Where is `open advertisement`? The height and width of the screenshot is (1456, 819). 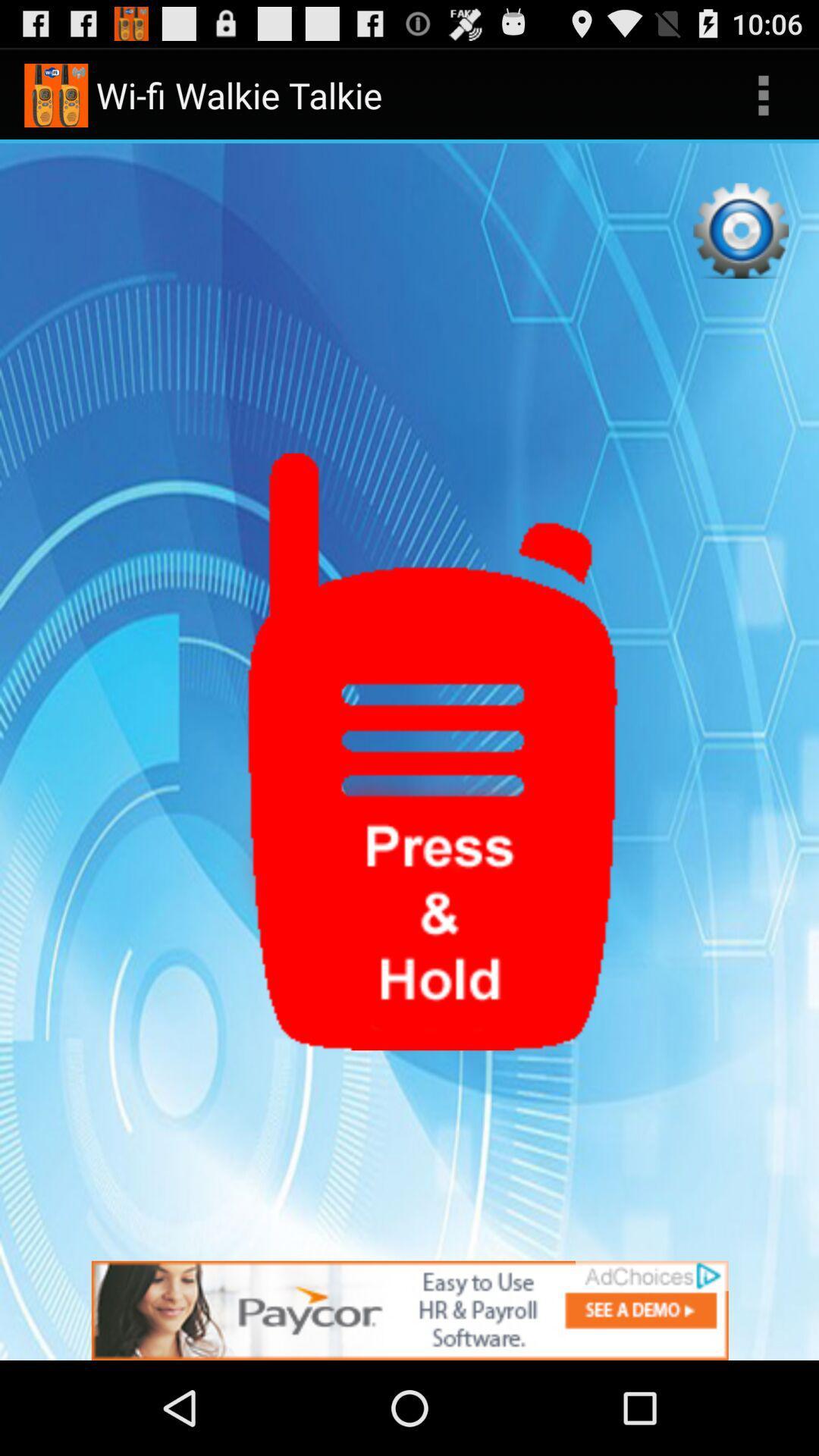 open advertisement is located at coordinates (409, 1310).